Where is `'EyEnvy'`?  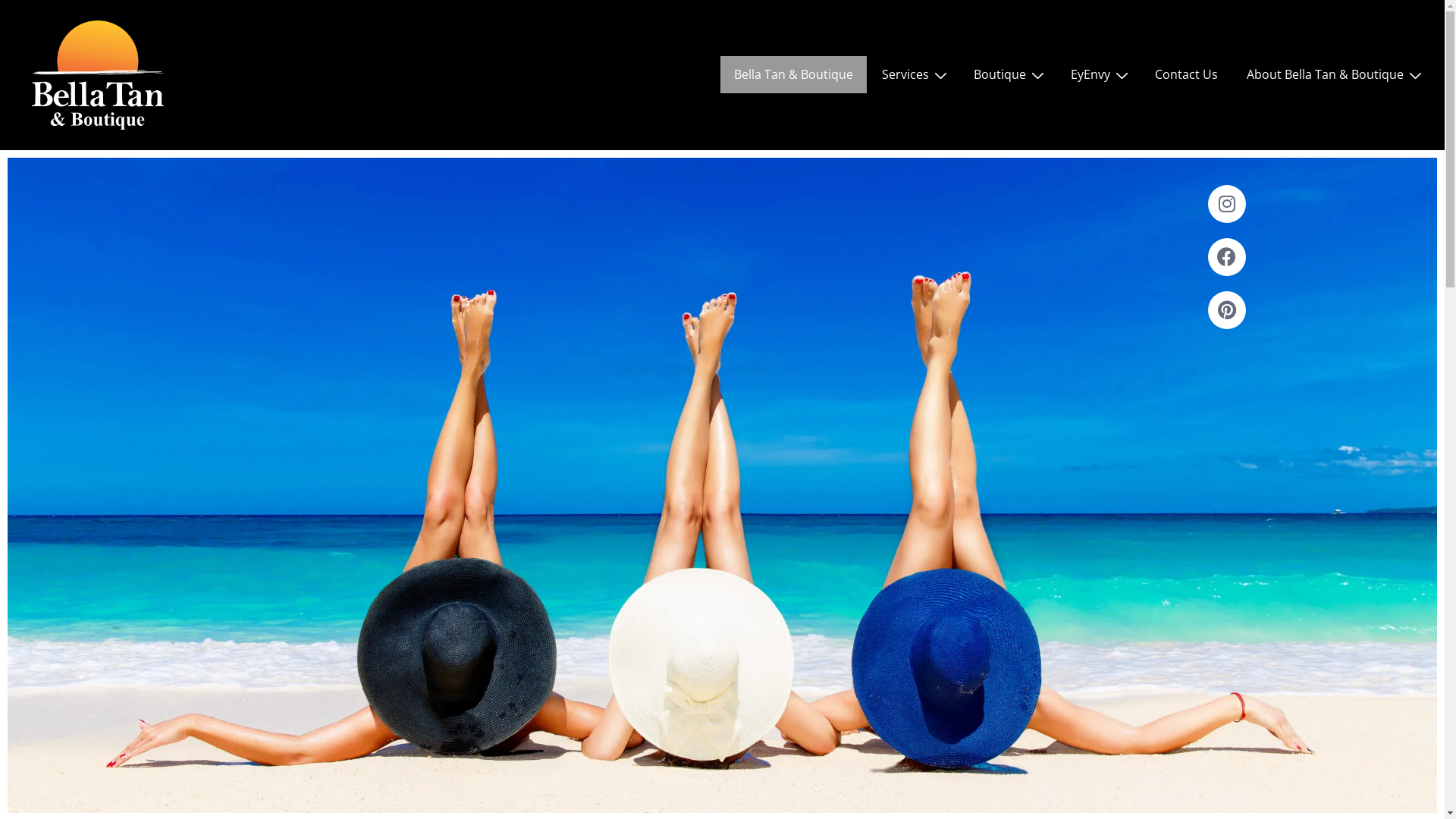
'EyEnvy' is located at coordinates (1056, 74).